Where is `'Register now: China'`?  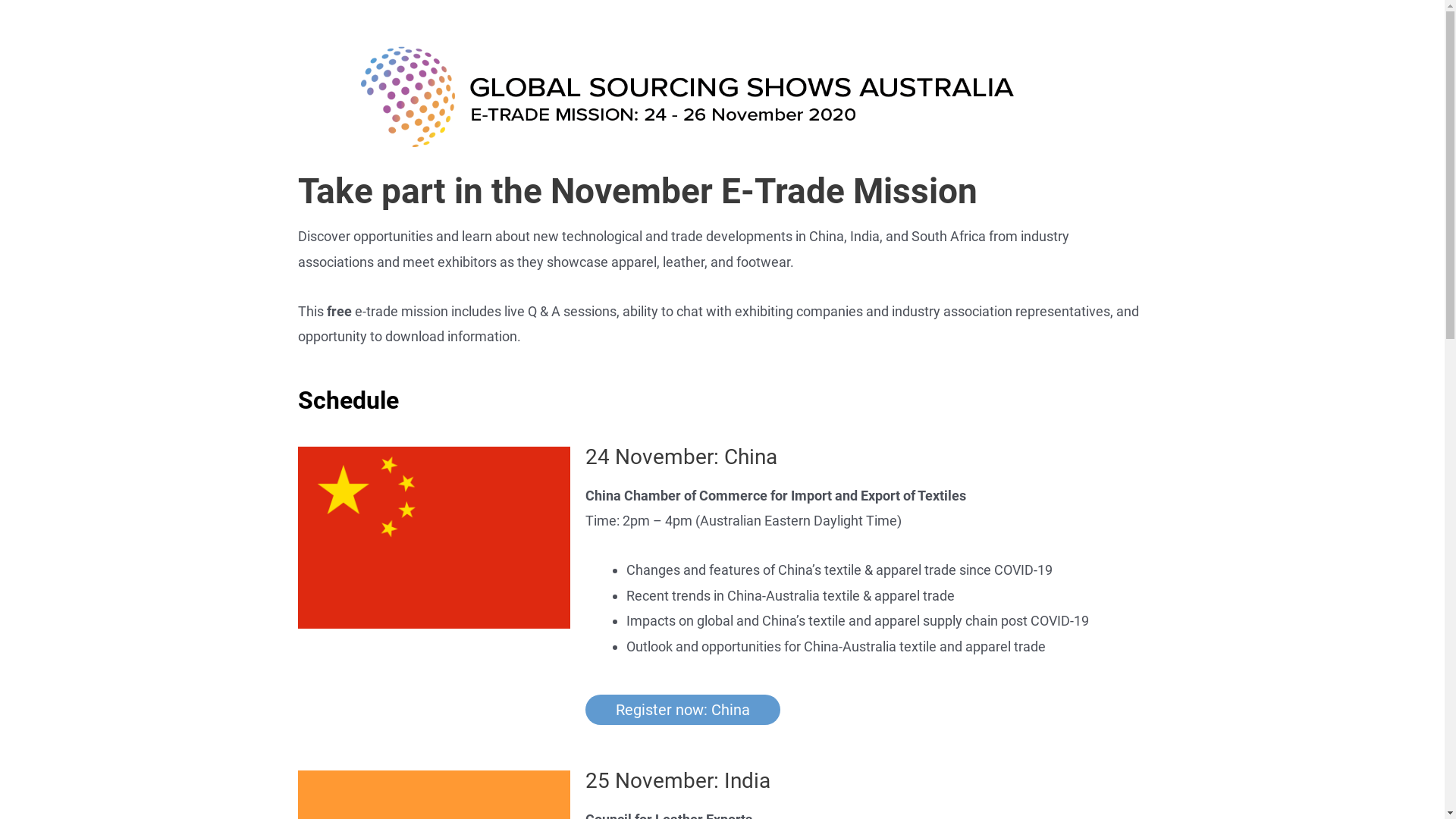
'Register now: China' is located at coordinates (682, 710).